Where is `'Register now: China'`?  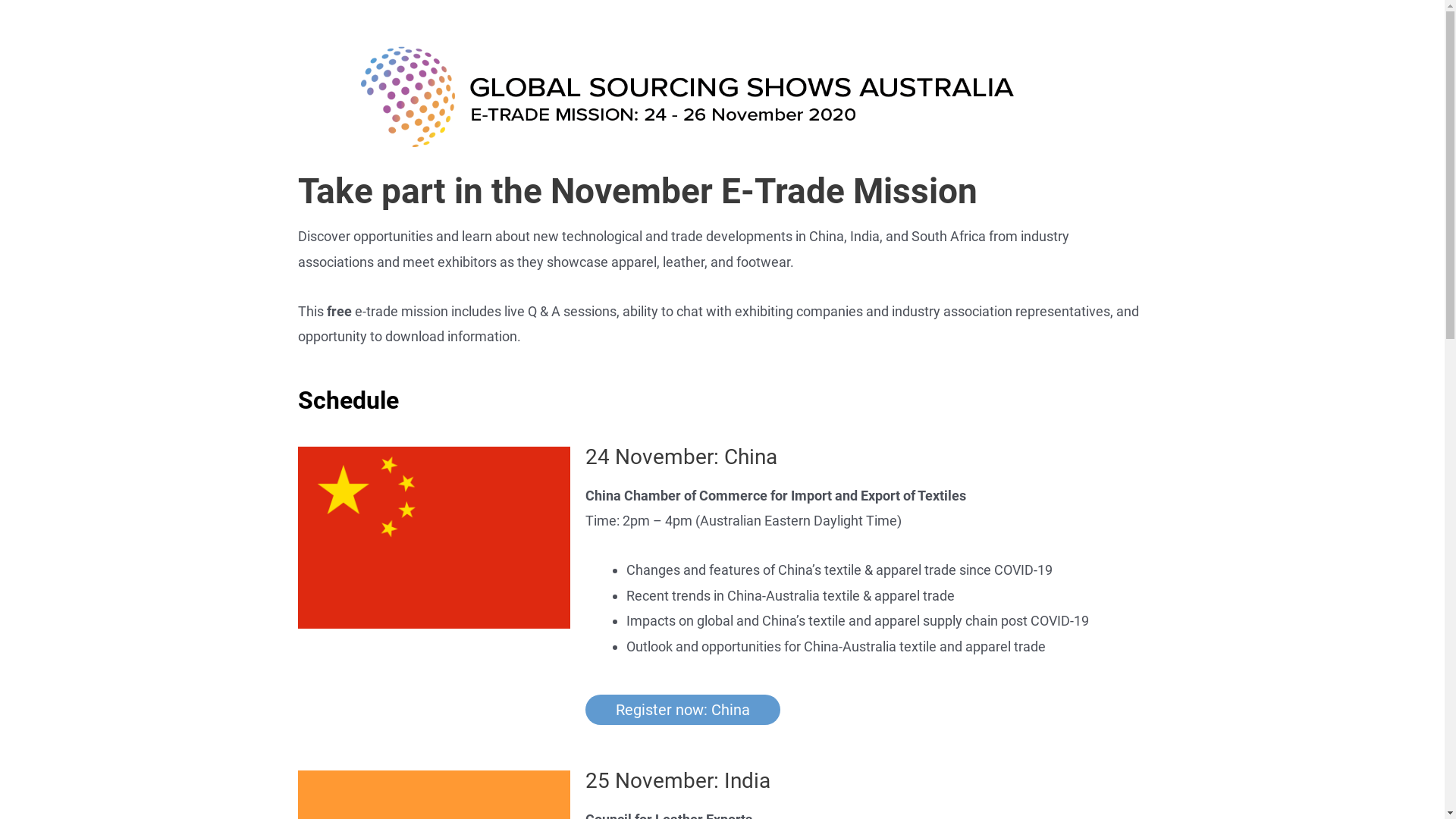
'Register now: China' is located at coordinates (682, 710).